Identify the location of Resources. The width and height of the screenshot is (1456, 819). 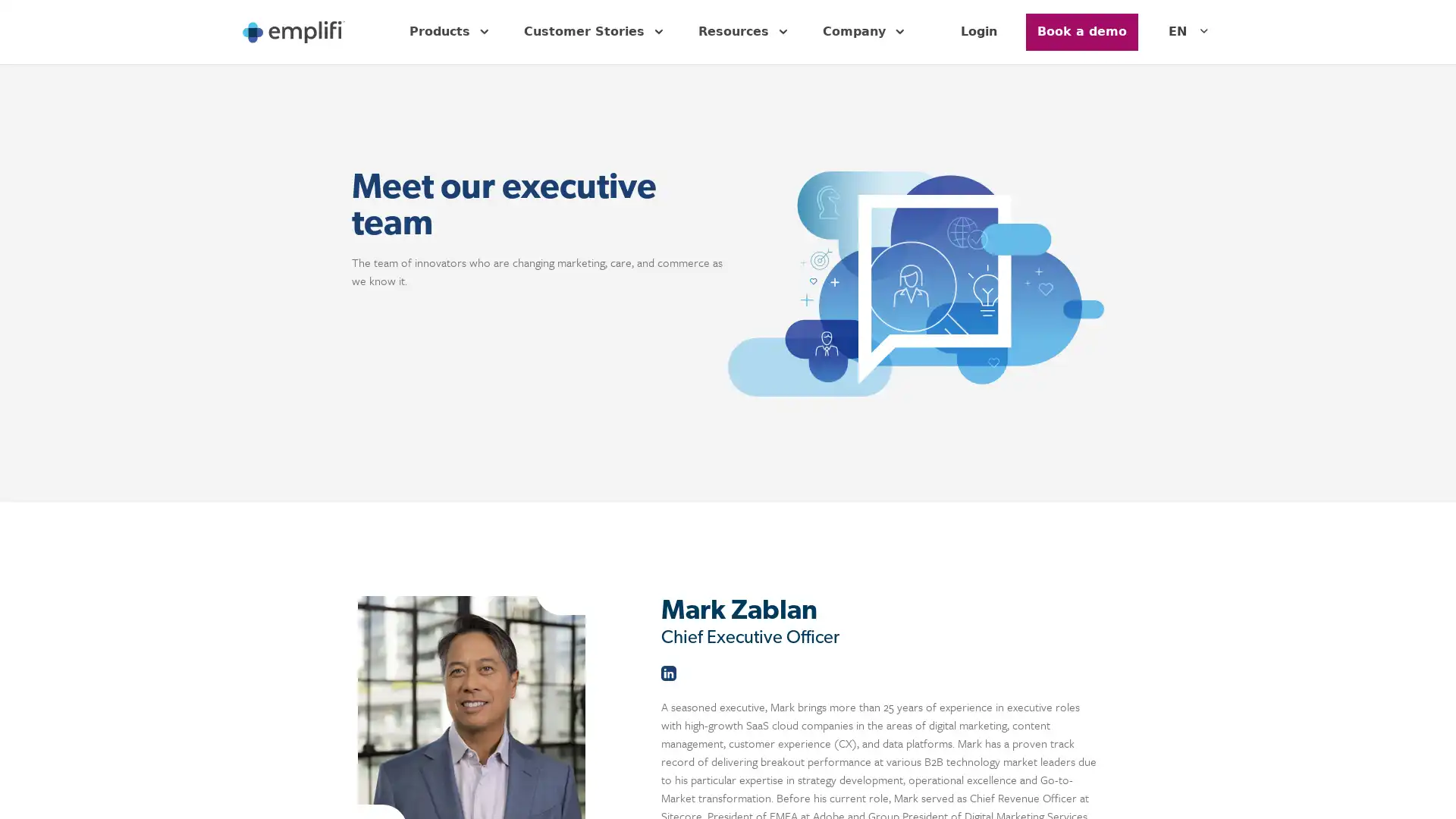
(745, 32).